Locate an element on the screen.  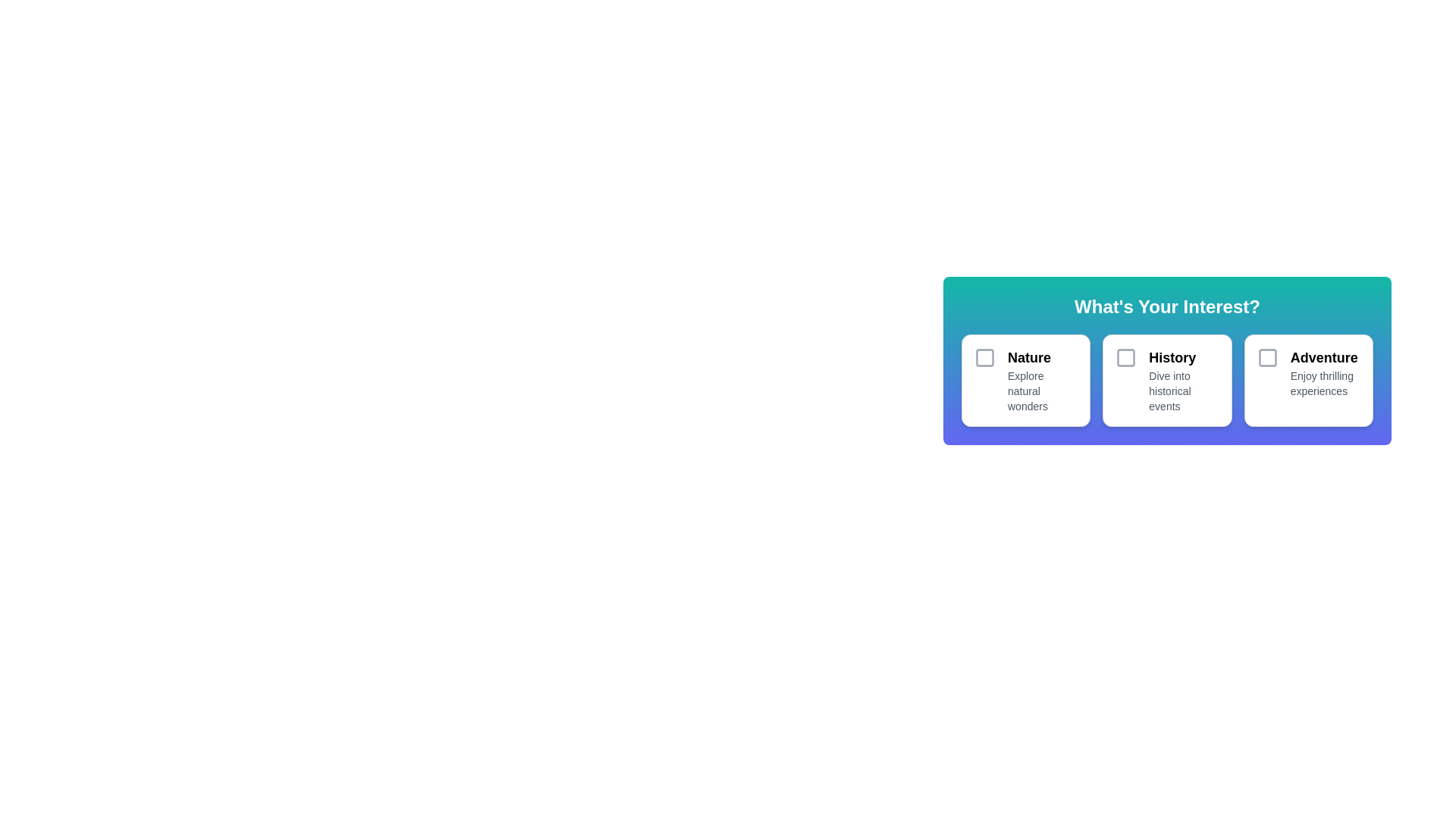
the bold header text label reading 'Adventure' is located at coordinates (1324, 357).